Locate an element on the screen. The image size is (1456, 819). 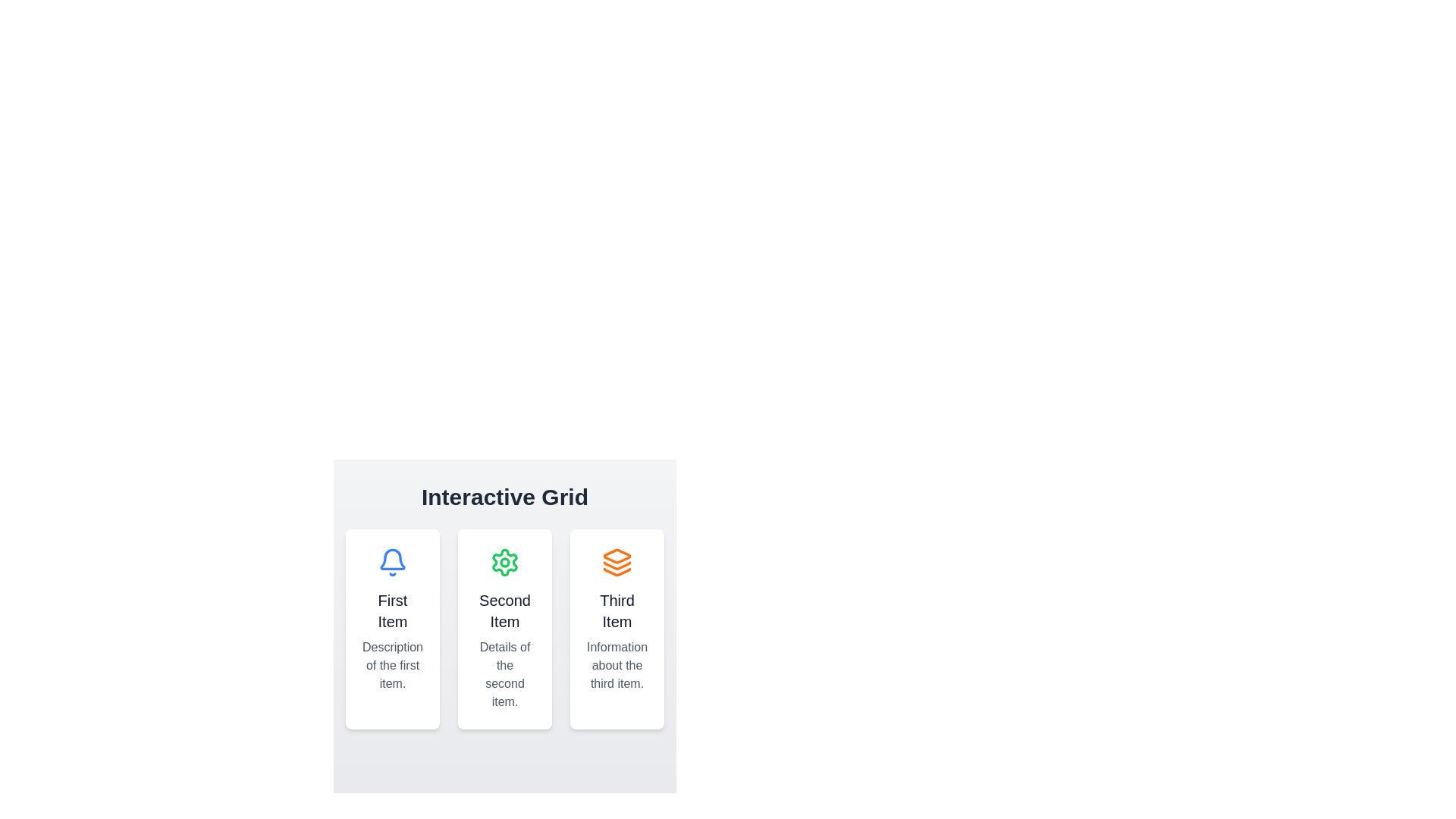
the green cogwheel-like icon located in the center of the icon slot within the 'Second Item' card is located at coordinates (505, 562).